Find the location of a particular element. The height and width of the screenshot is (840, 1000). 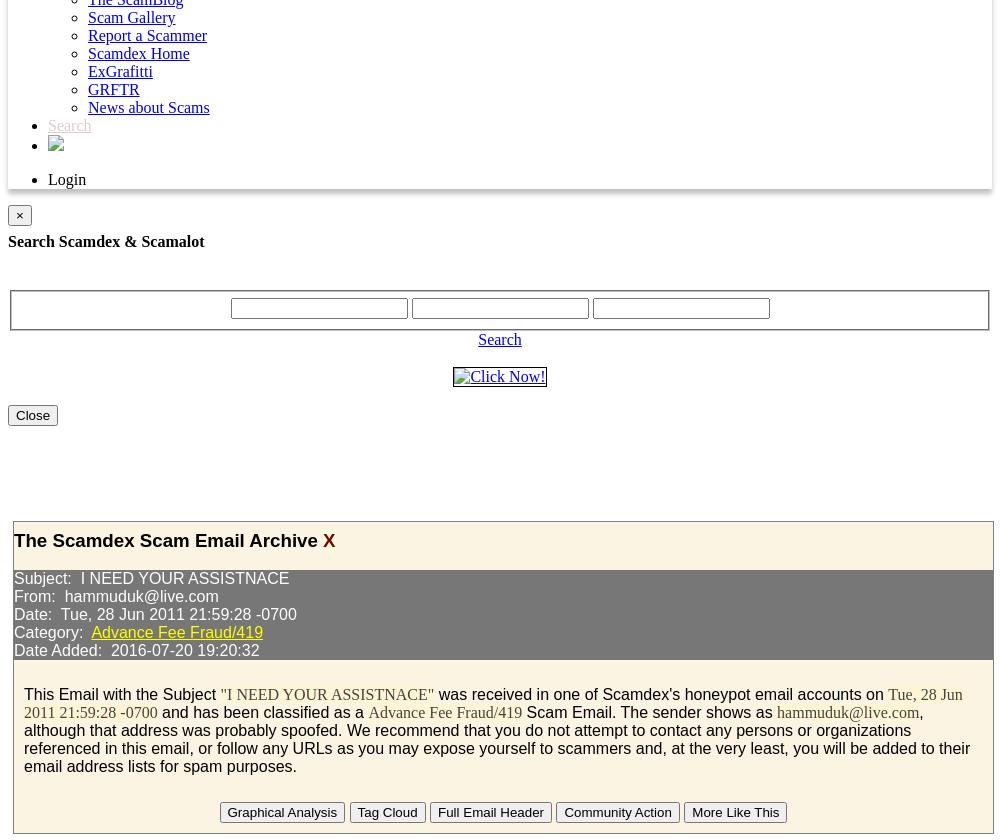

'was
           received in one of Scamdex's honeypot email accounts on' is located at coordinates (434, 694).